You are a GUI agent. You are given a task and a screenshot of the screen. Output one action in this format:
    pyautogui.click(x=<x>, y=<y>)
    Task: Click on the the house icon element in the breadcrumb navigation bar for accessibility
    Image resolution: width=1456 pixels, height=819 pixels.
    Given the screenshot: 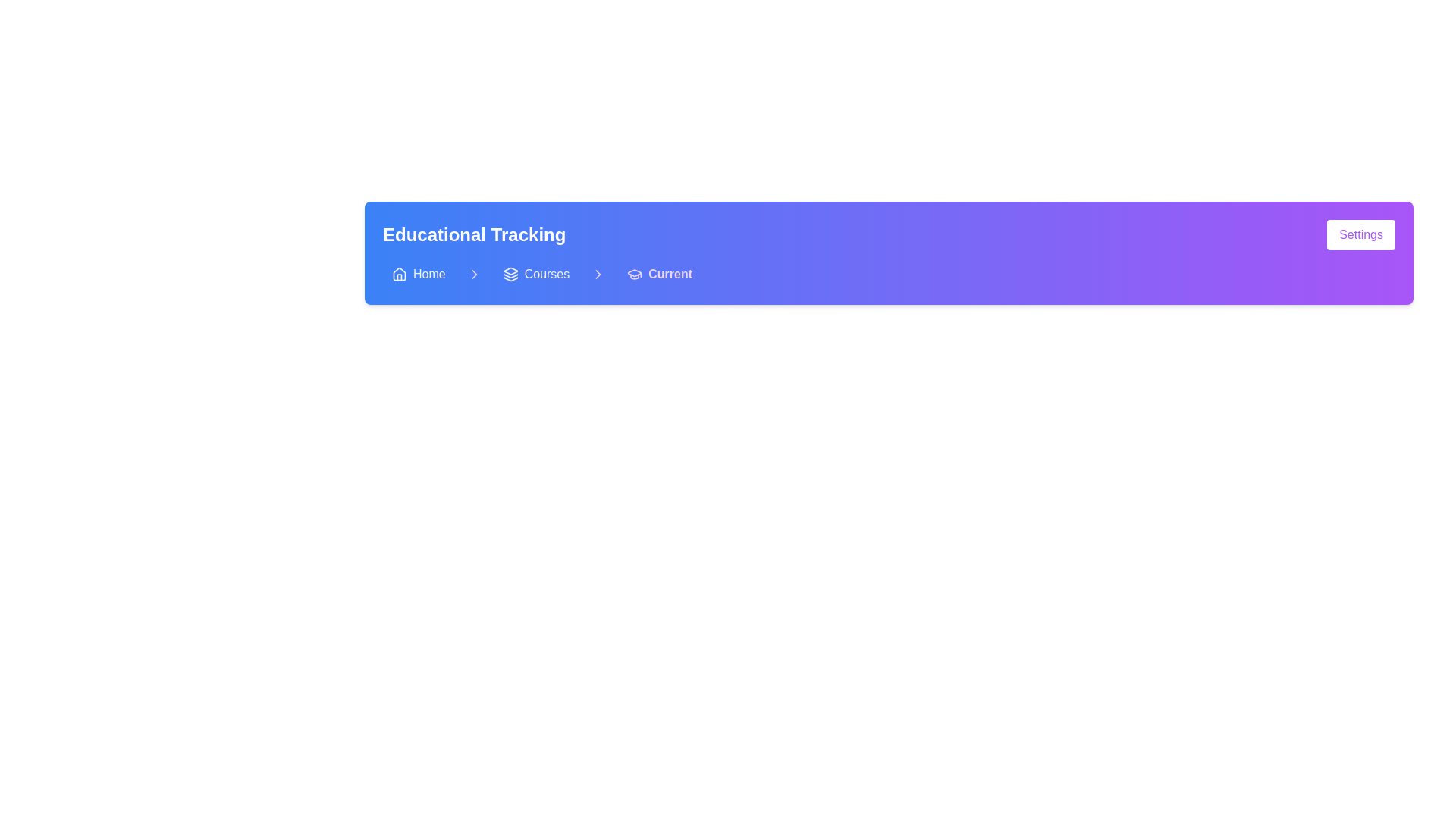 What is the action you would take?
    pyautogui.click(x=400, y=274)
    